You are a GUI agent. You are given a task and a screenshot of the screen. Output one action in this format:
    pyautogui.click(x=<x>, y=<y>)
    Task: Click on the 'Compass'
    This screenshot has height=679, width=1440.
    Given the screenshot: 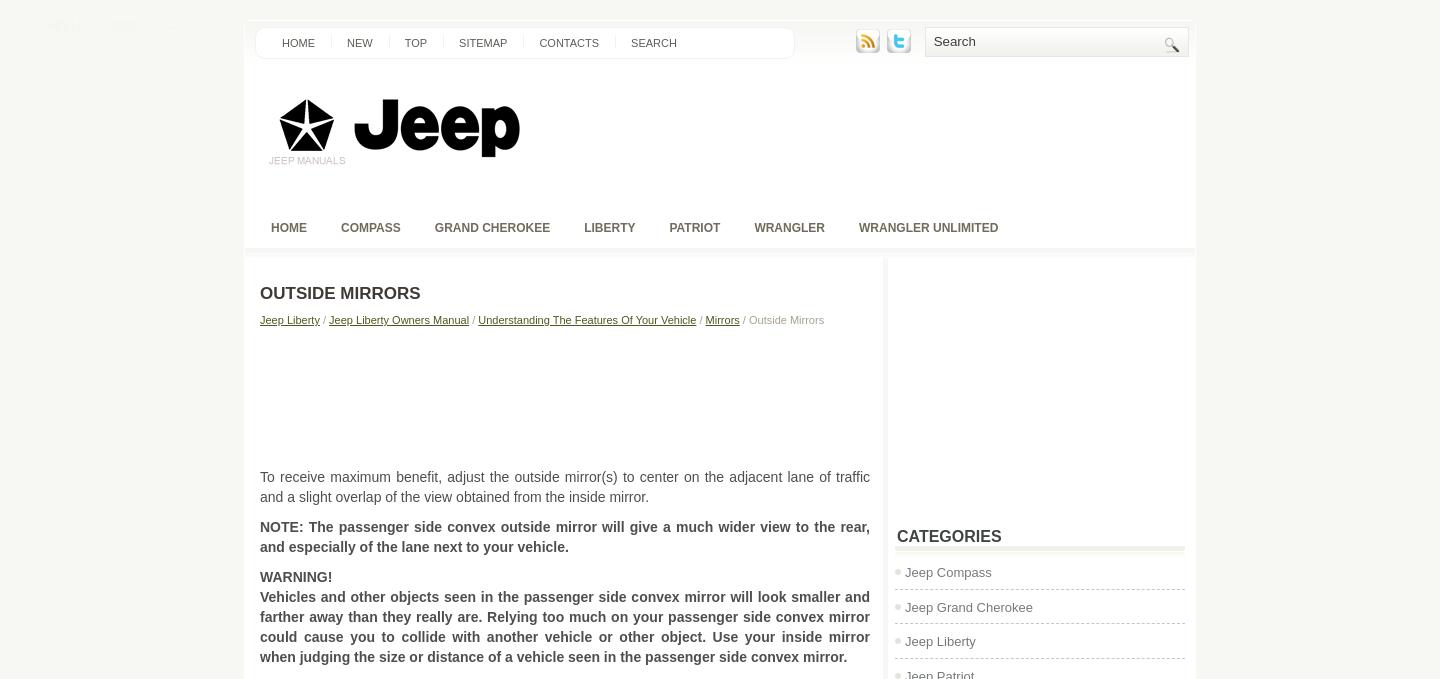 What is the action you would take?
    pyautogui.click(x=369, y=227)
    